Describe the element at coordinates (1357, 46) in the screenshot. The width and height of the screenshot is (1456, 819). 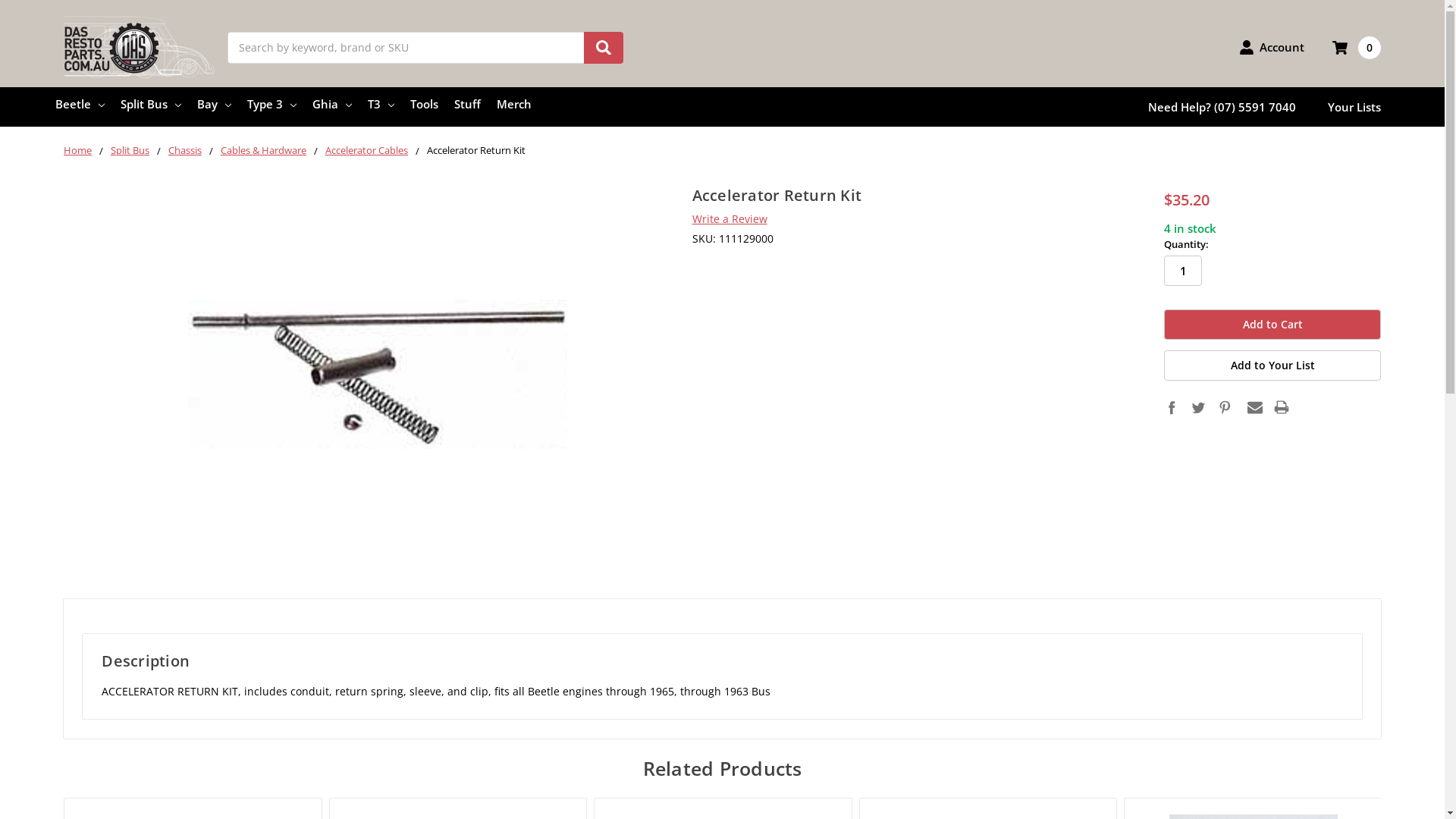
I see `'0'` at that location.